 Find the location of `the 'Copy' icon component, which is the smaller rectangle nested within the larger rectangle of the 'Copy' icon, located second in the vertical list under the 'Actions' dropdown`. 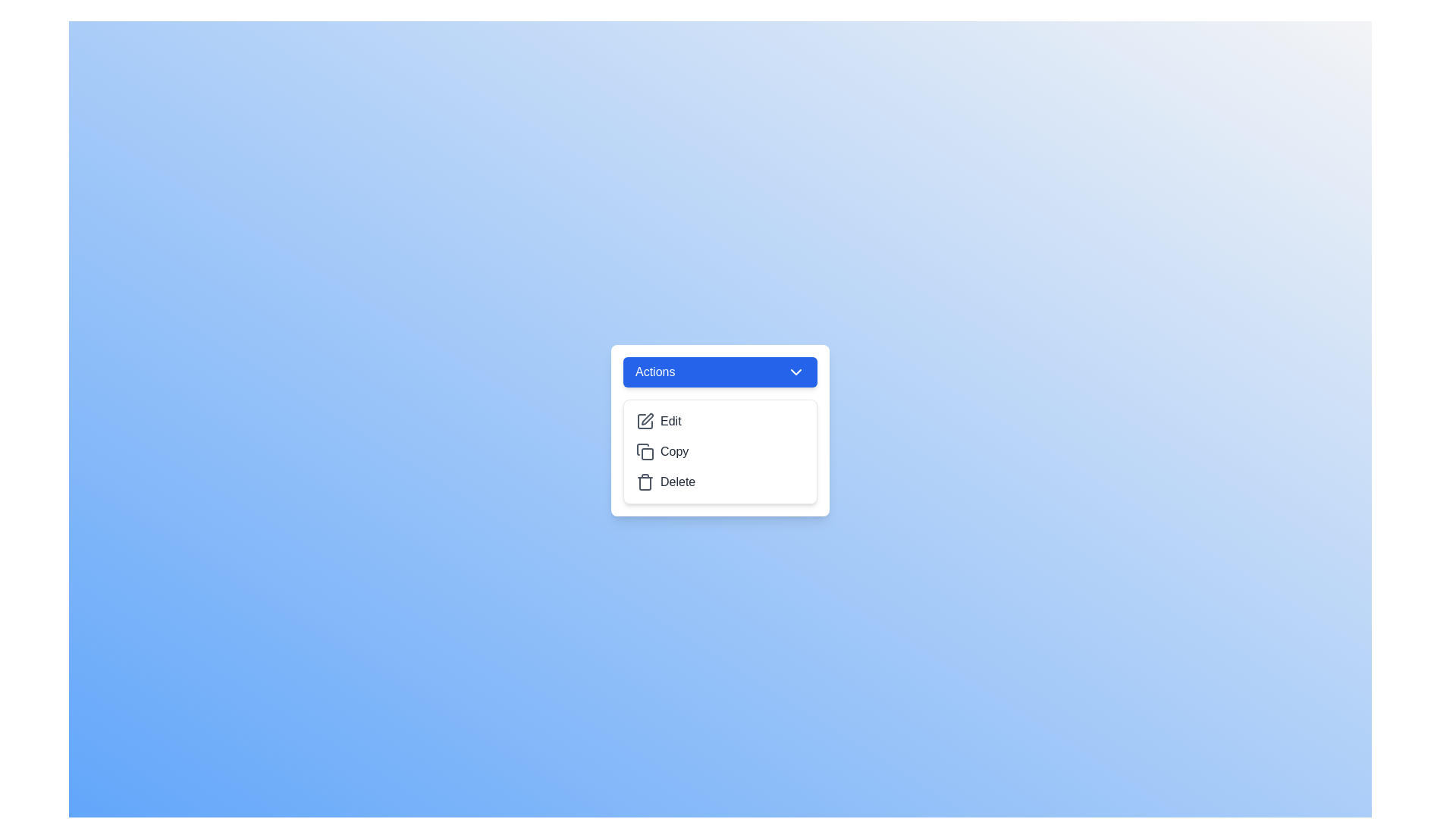

the 'Copy' icon component, which is the smaller rectangle nested within the larger rectangle of the 'Copy' icon, located second in the vertical list under the 'Actions' dropdown is located at coordinates (648, 453).